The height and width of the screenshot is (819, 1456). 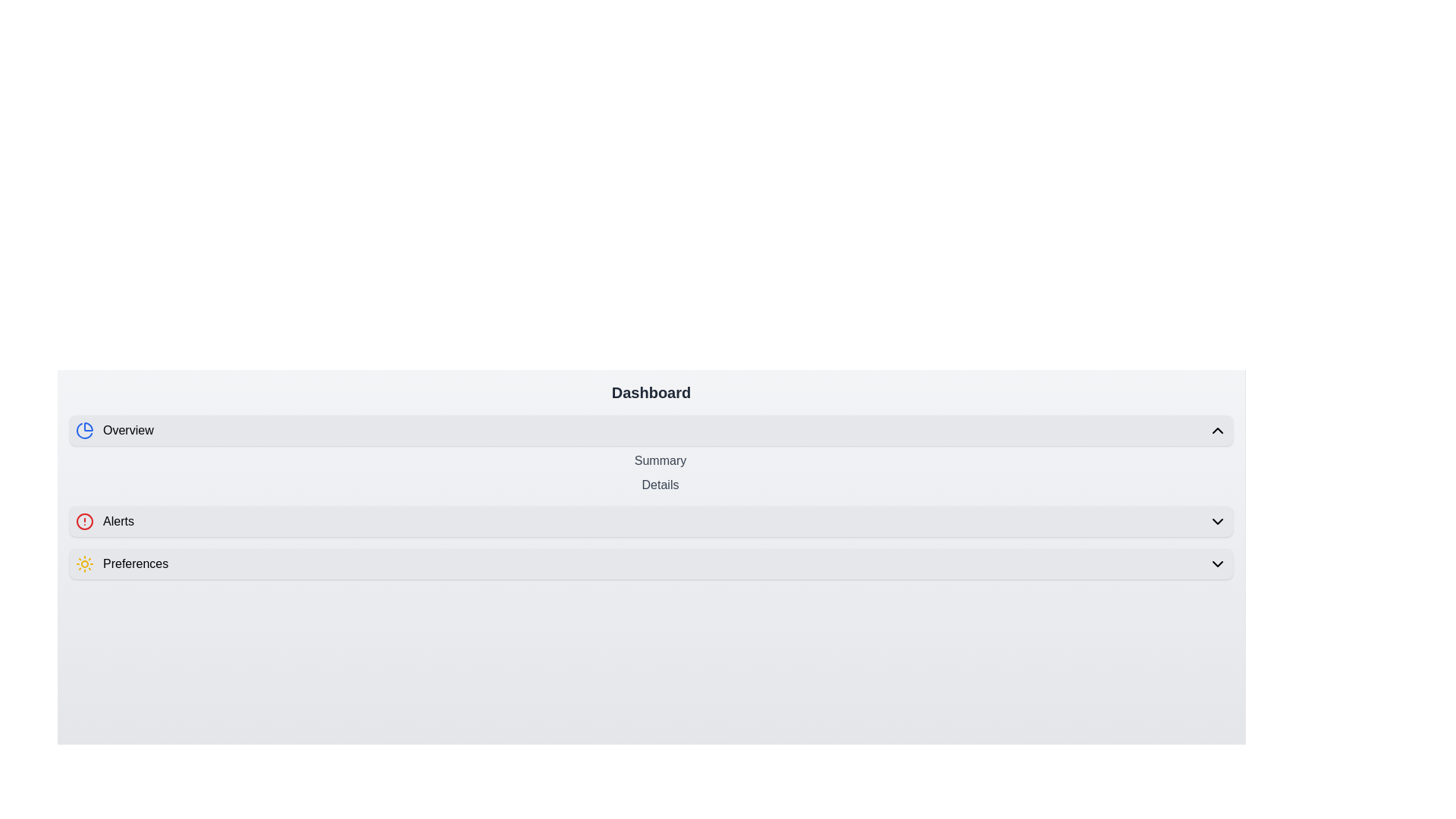 I want to click on the Static Text Label element labeled 'Overview', which is positioned adjacent to a pie chart icon in the top-left section of the interface, so click(x=128, y=430).